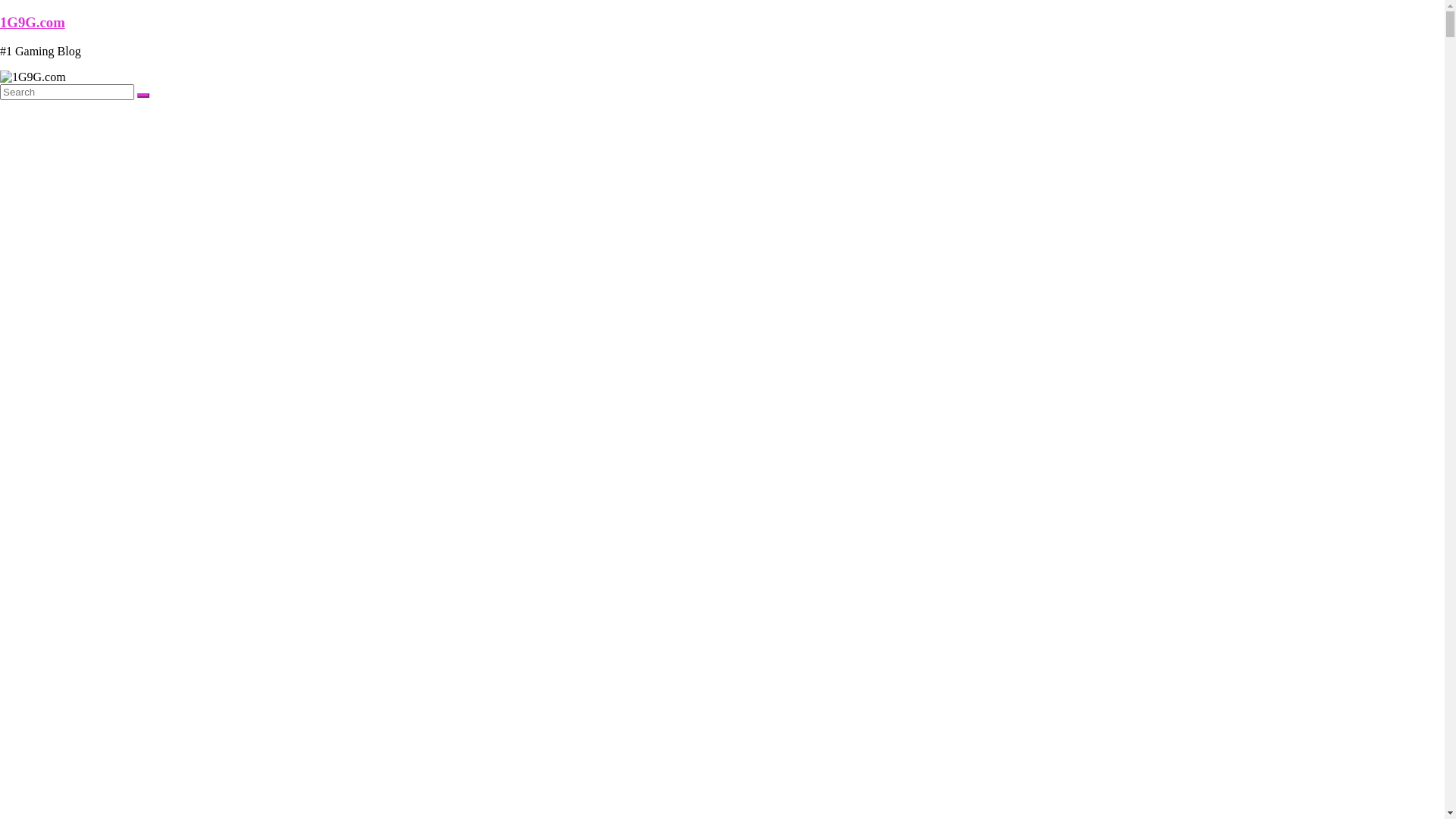 The image size is (1456, 819). I want to click on '1G9G.com', so click(0, 22).